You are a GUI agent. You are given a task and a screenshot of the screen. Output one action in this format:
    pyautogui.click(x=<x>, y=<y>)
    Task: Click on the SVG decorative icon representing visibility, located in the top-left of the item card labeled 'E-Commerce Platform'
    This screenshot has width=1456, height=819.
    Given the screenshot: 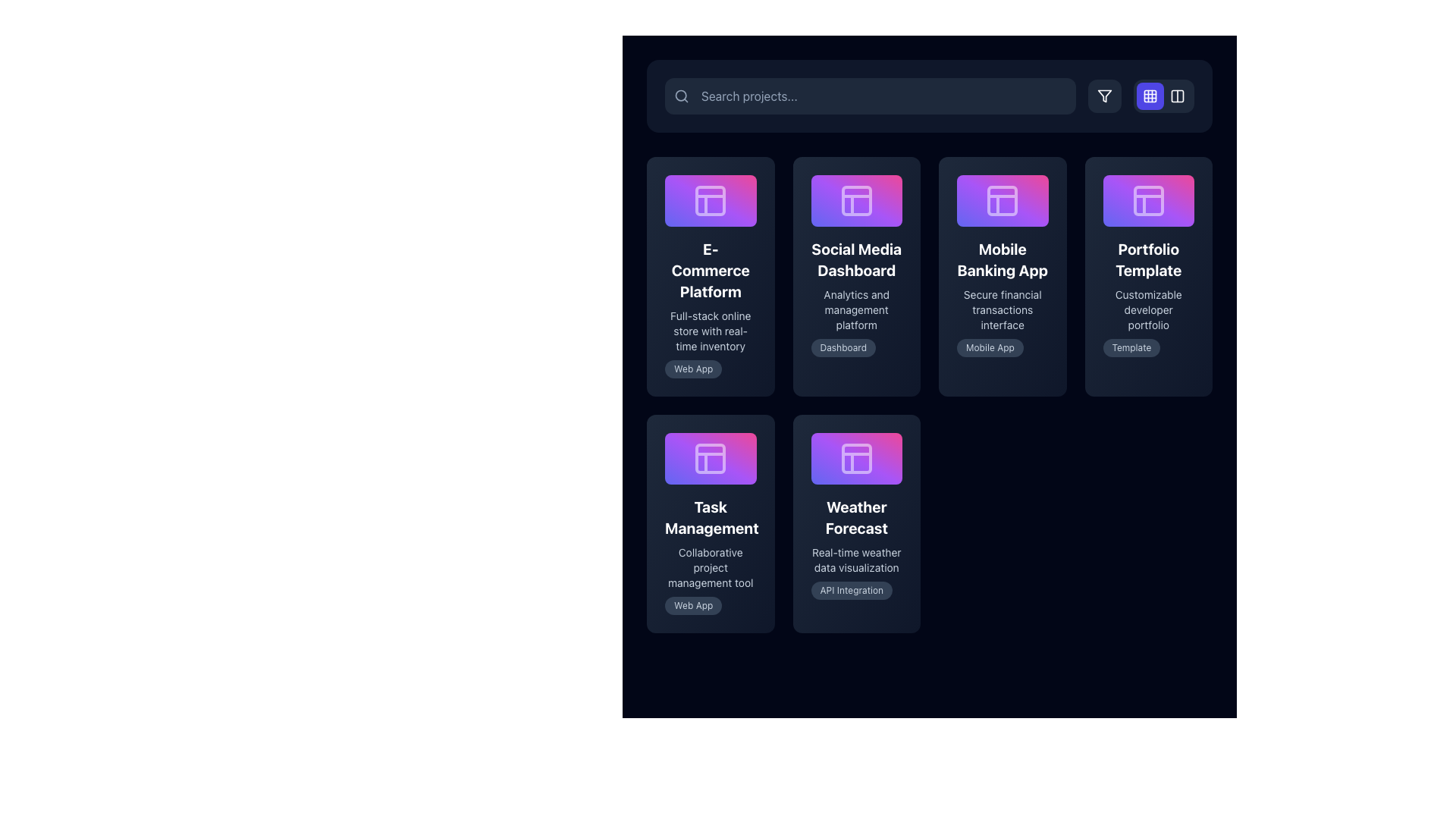 What is the action you would take?
    pyautogui.click(x=665, y=276)
    